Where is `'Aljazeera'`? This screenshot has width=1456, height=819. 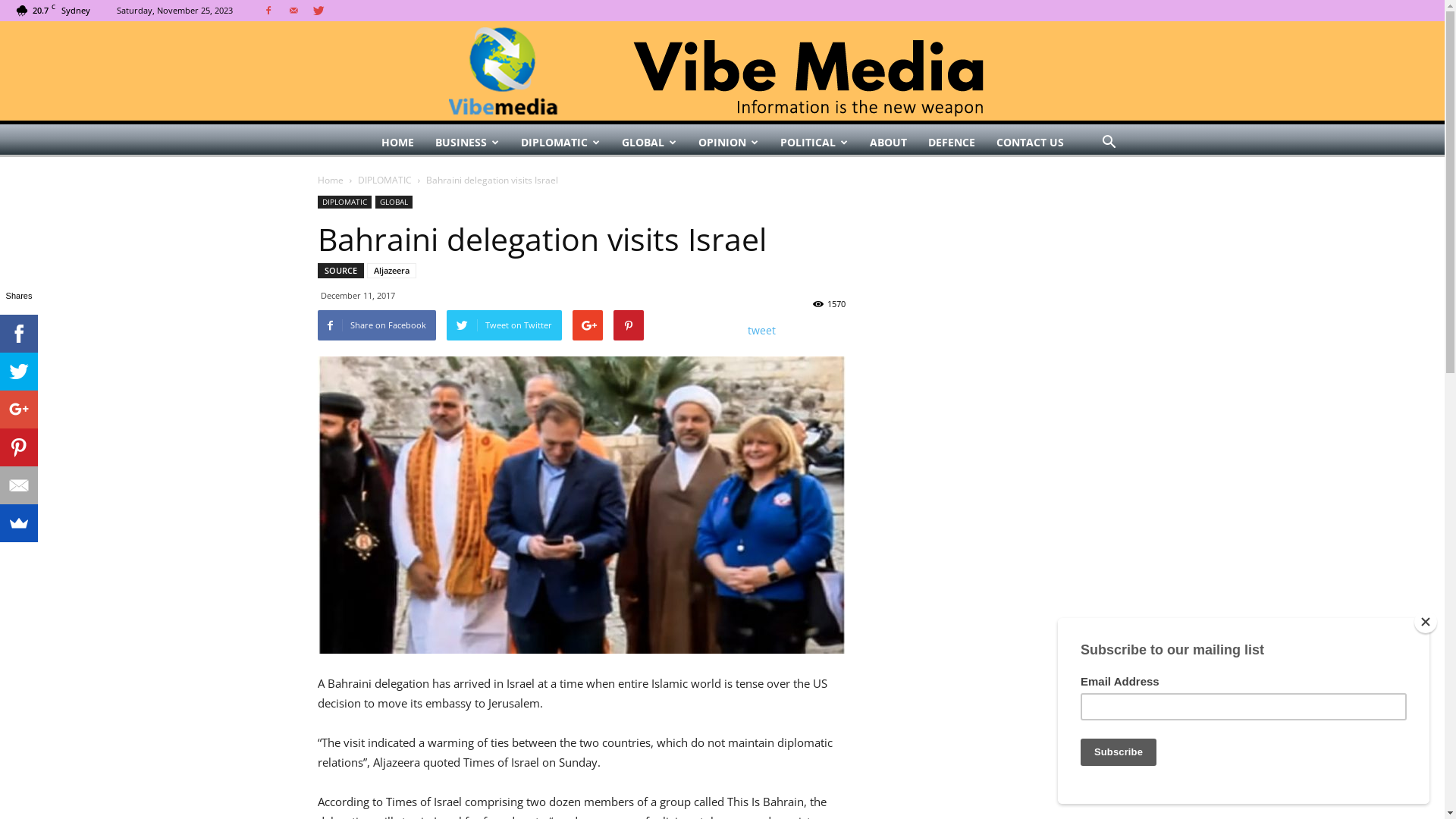 'Aljazeera' is located at coordinates (391, 270).